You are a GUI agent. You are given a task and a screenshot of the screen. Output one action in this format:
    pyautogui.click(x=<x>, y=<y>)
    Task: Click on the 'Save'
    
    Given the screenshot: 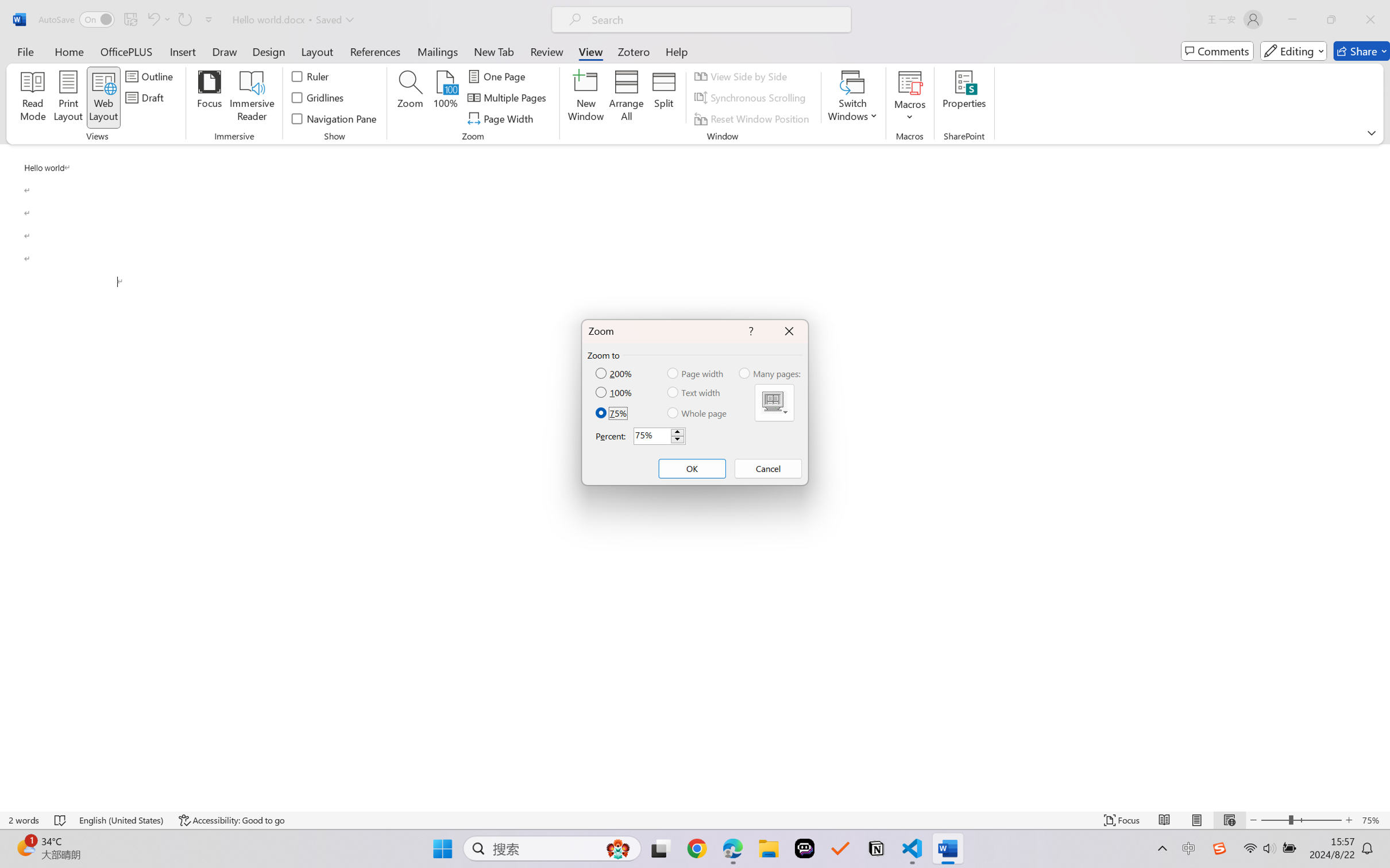 What is the action you would take?
    pyautogui.click(x=130, y=19)
    